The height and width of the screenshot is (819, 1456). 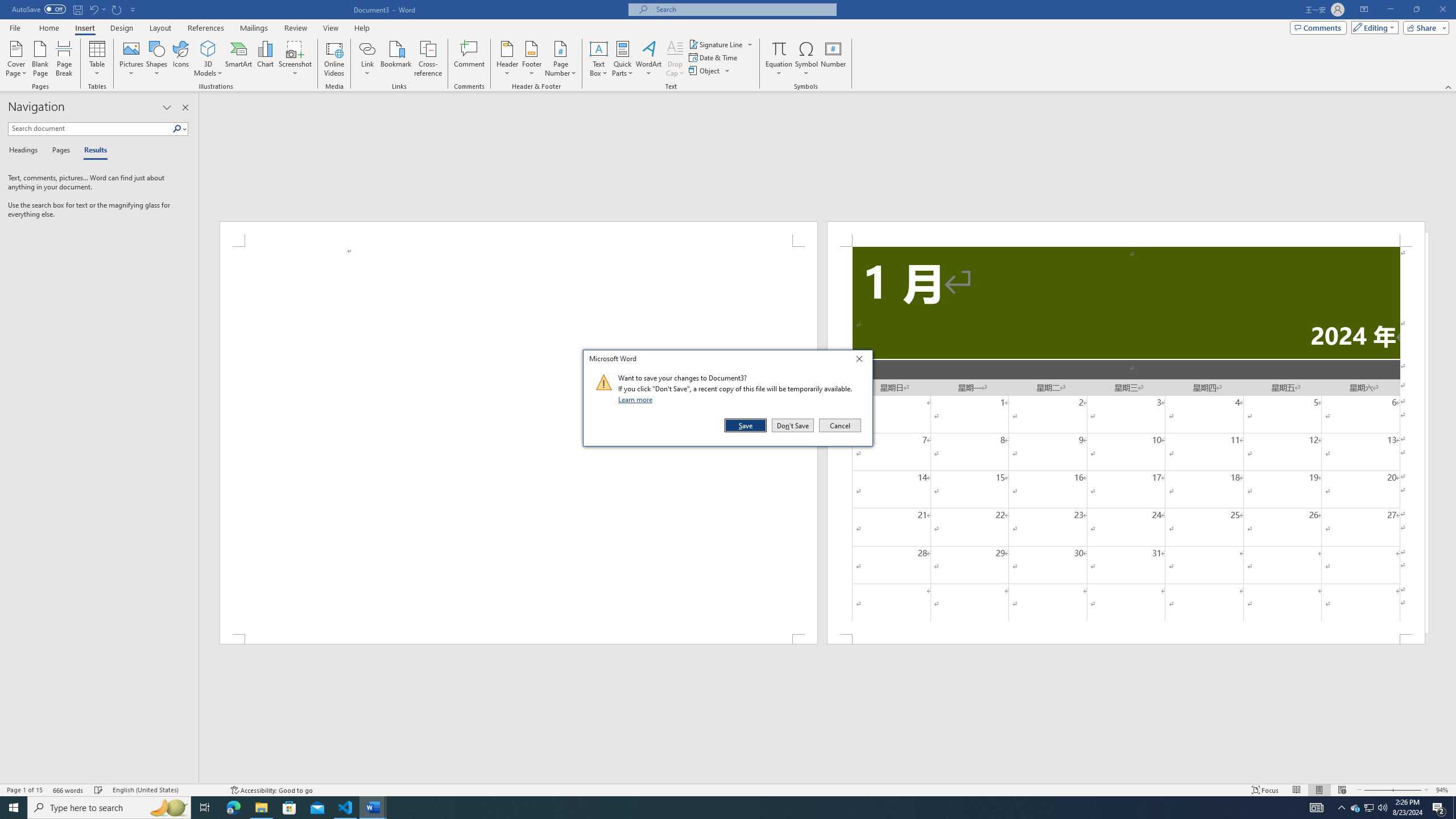 I want to click on 'Drop Cap', so click(x=675, y=59).